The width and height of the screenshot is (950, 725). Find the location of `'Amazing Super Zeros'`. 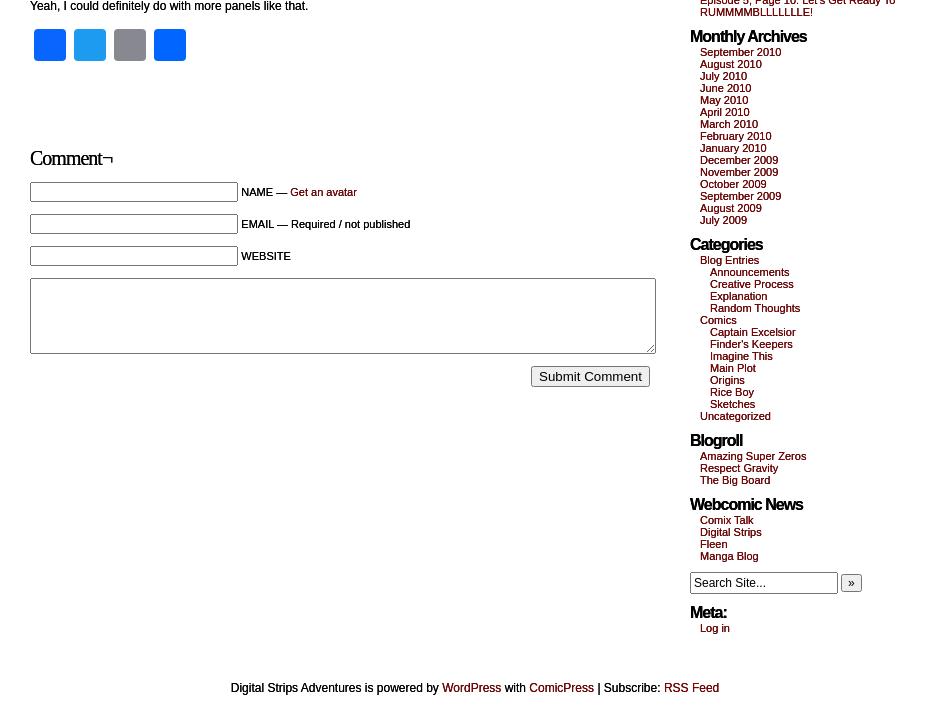

'Amazing Super Zeros' is located at coordinates (751, 455).